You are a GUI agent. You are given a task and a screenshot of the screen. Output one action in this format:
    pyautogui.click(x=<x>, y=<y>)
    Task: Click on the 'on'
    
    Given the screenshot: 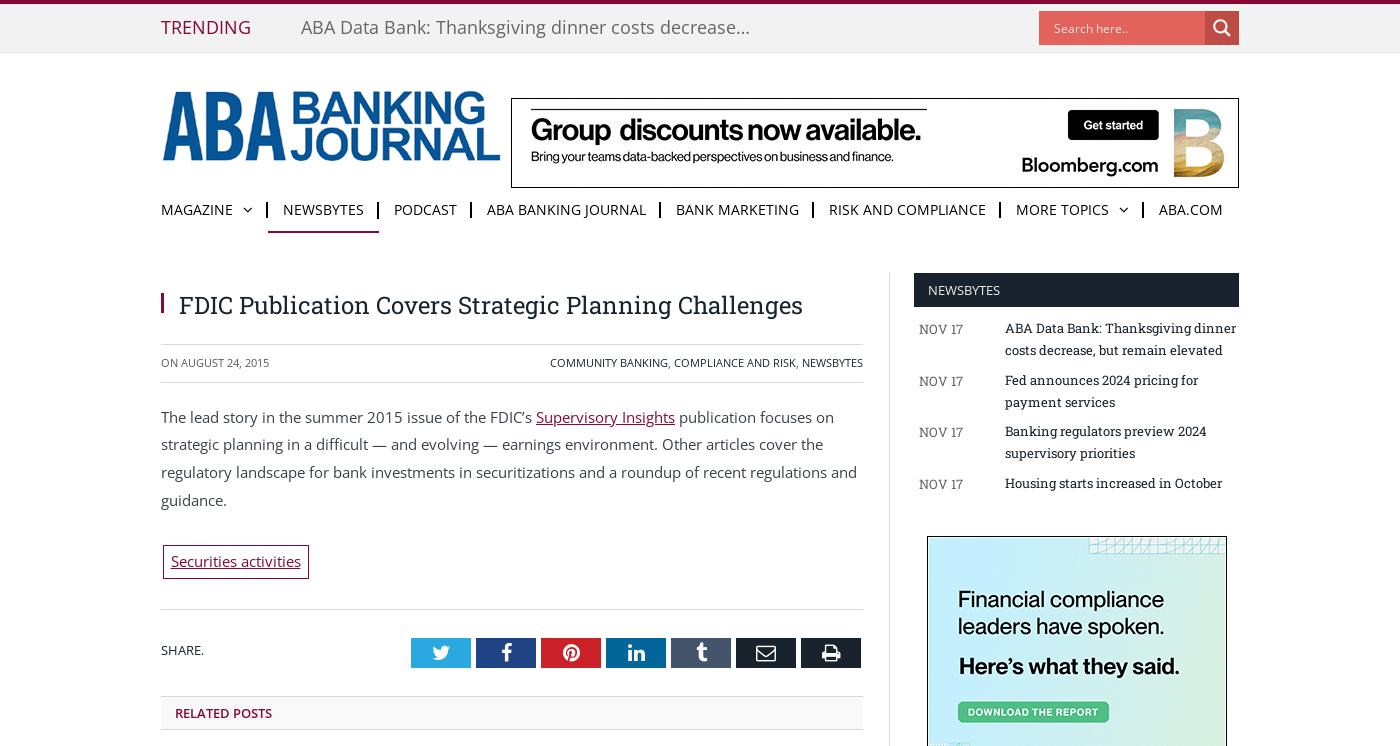 What is the action you would take?
    pyautogui.click(x=170, y=361)
    